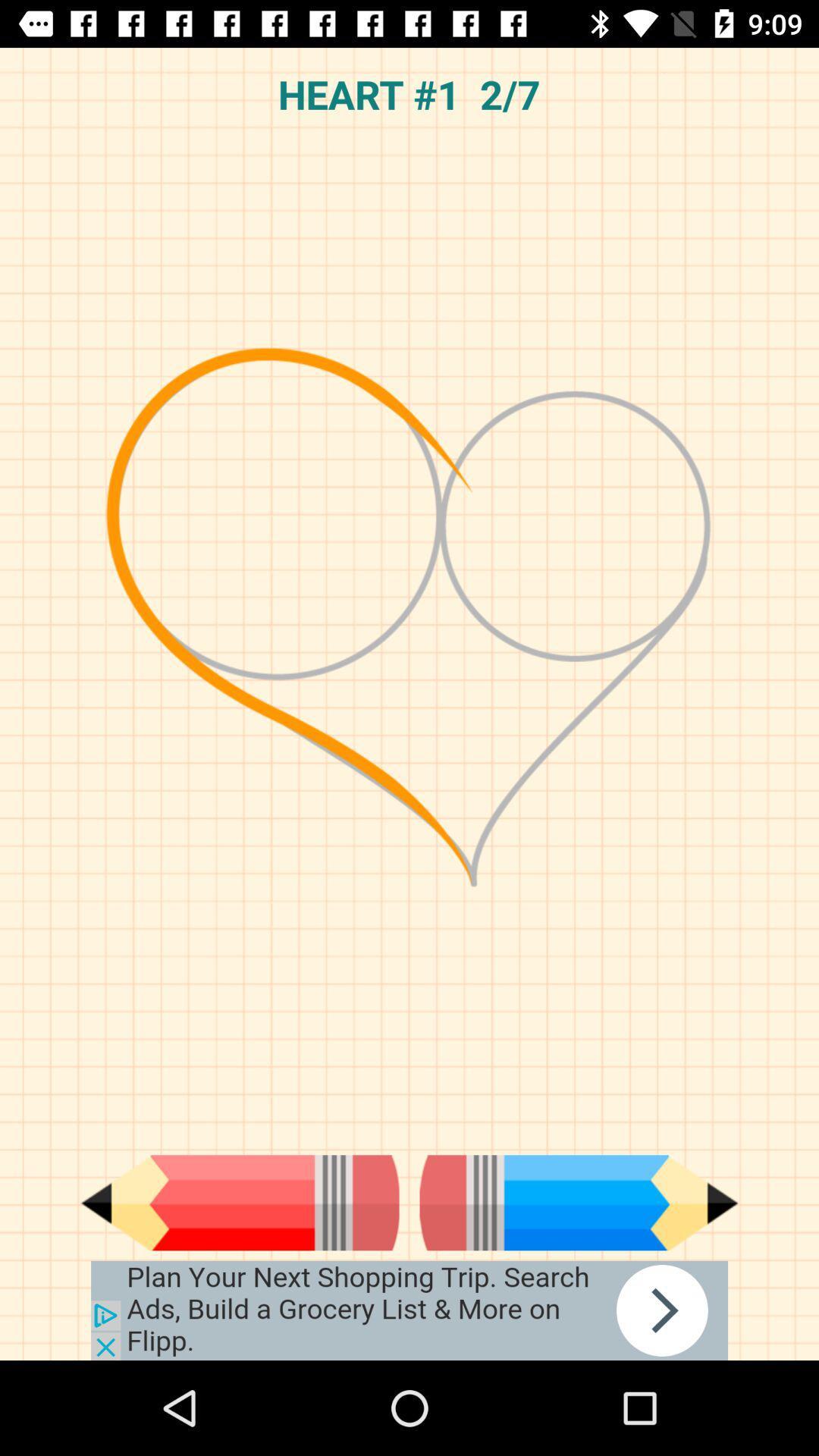 This screenshot has height=1456, width=819. What do you see at coordinates (409, 1310) in the screenshot?
I see `click advertisement` at bounding box center [409, 1310].